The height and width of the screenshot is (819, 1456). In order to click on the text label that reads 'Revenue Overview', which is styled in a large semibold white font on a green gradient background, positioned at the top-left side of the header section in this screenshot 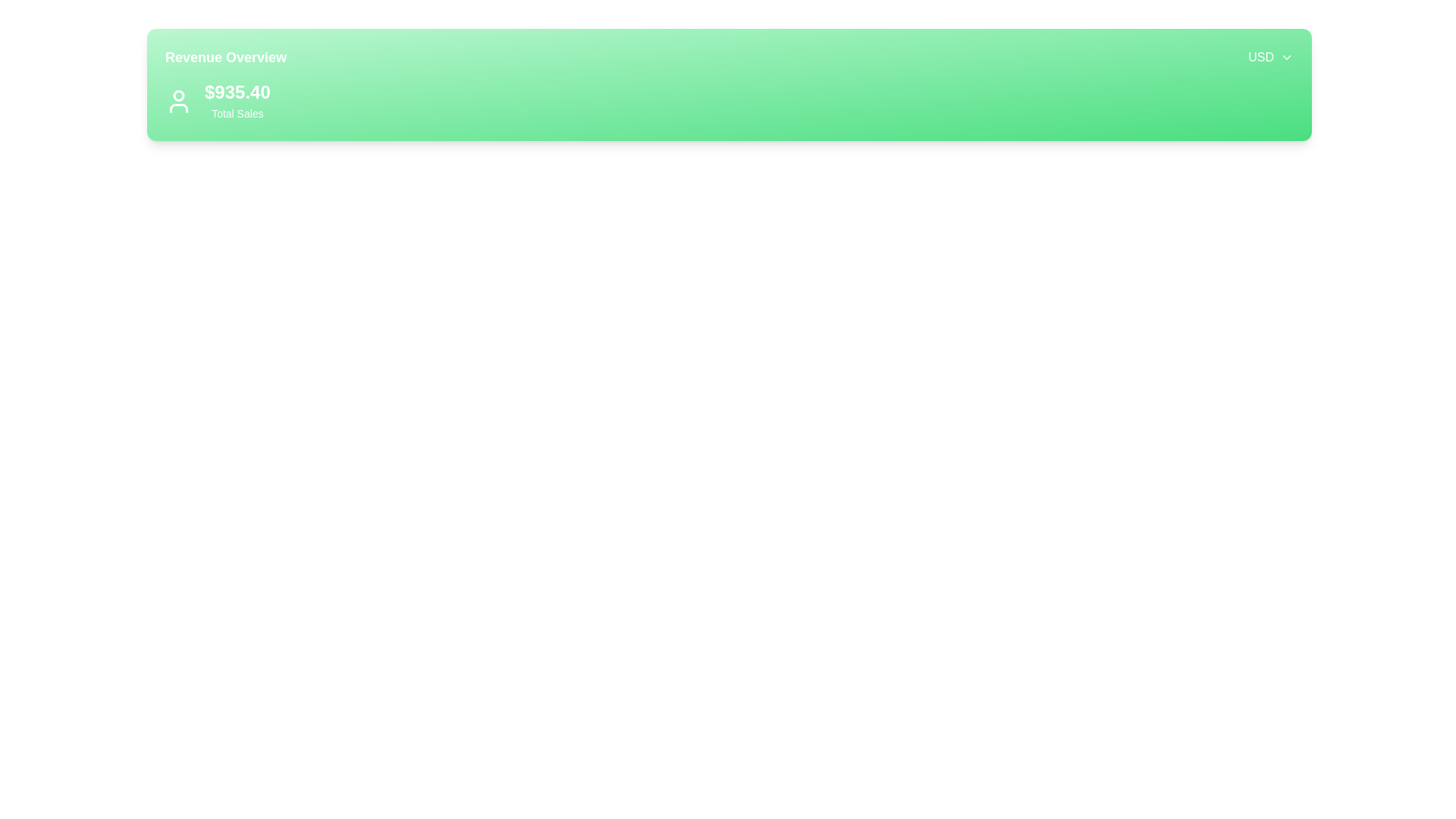, I will do `click(224, 57)`.